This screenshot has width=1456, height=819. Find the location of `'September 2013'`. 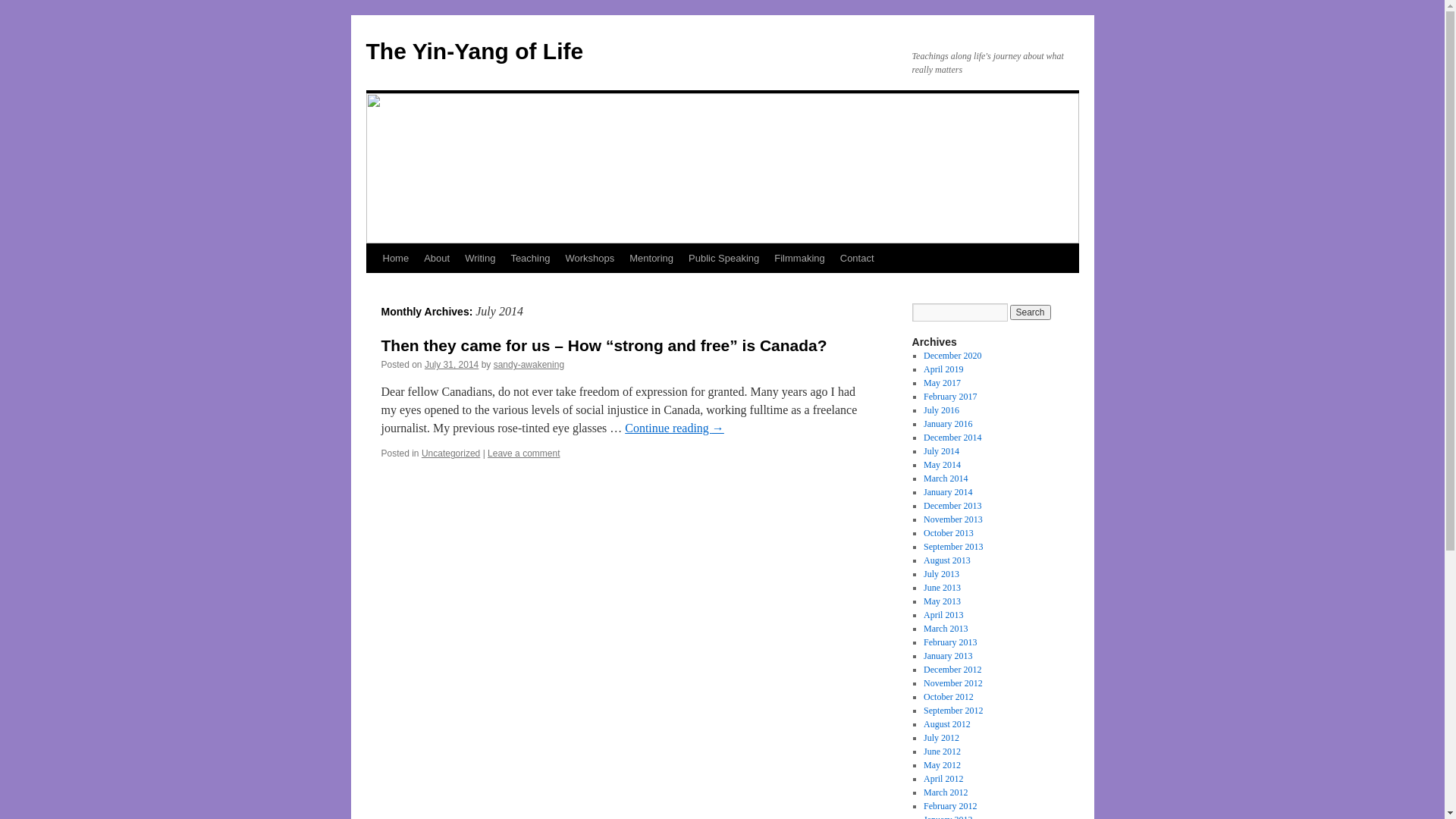

'September 2013' is located at coordinates (952, 547).